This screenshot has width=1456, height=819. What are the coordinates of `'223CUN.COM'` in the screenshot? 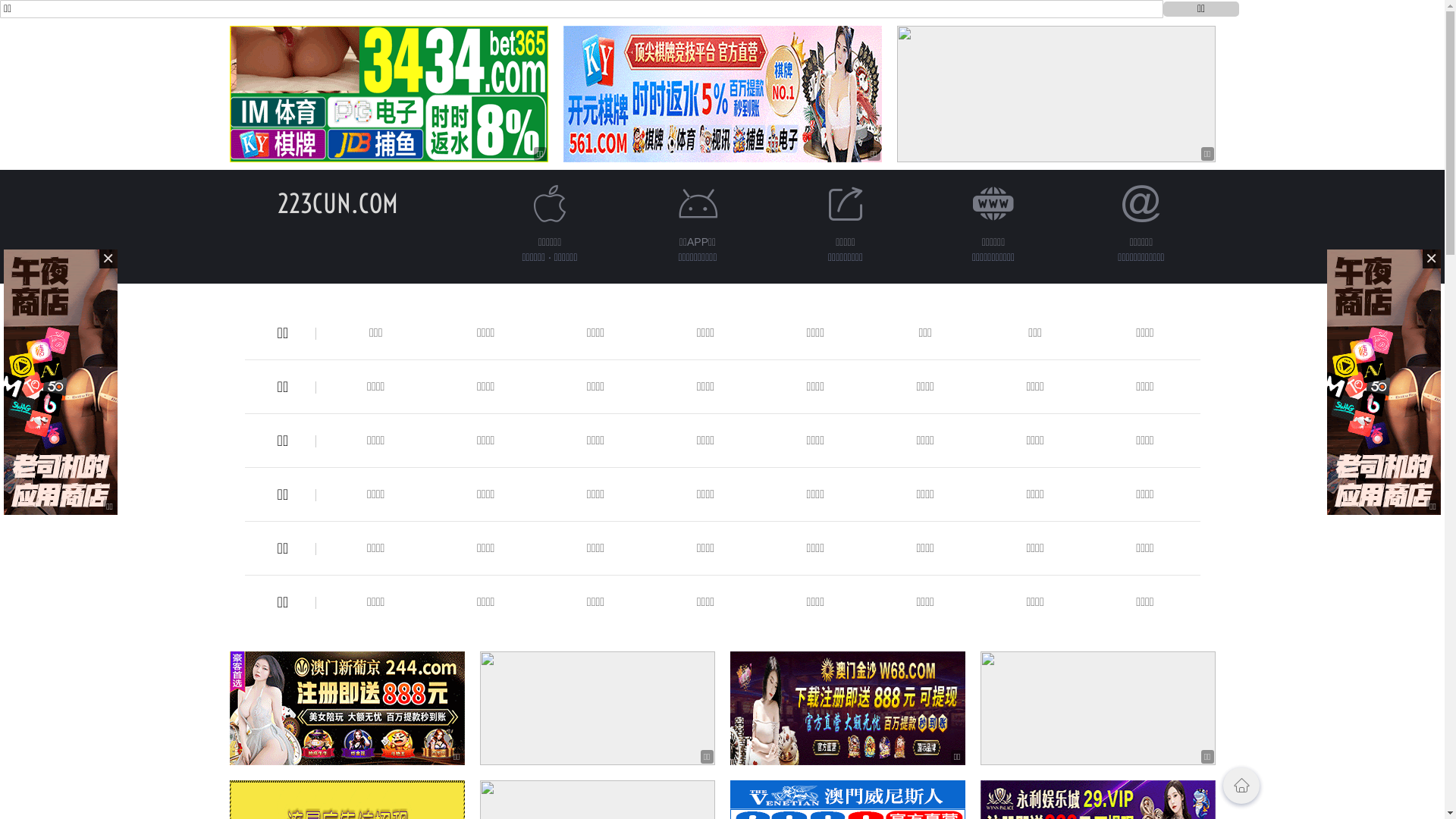 It's located at (337, 202).